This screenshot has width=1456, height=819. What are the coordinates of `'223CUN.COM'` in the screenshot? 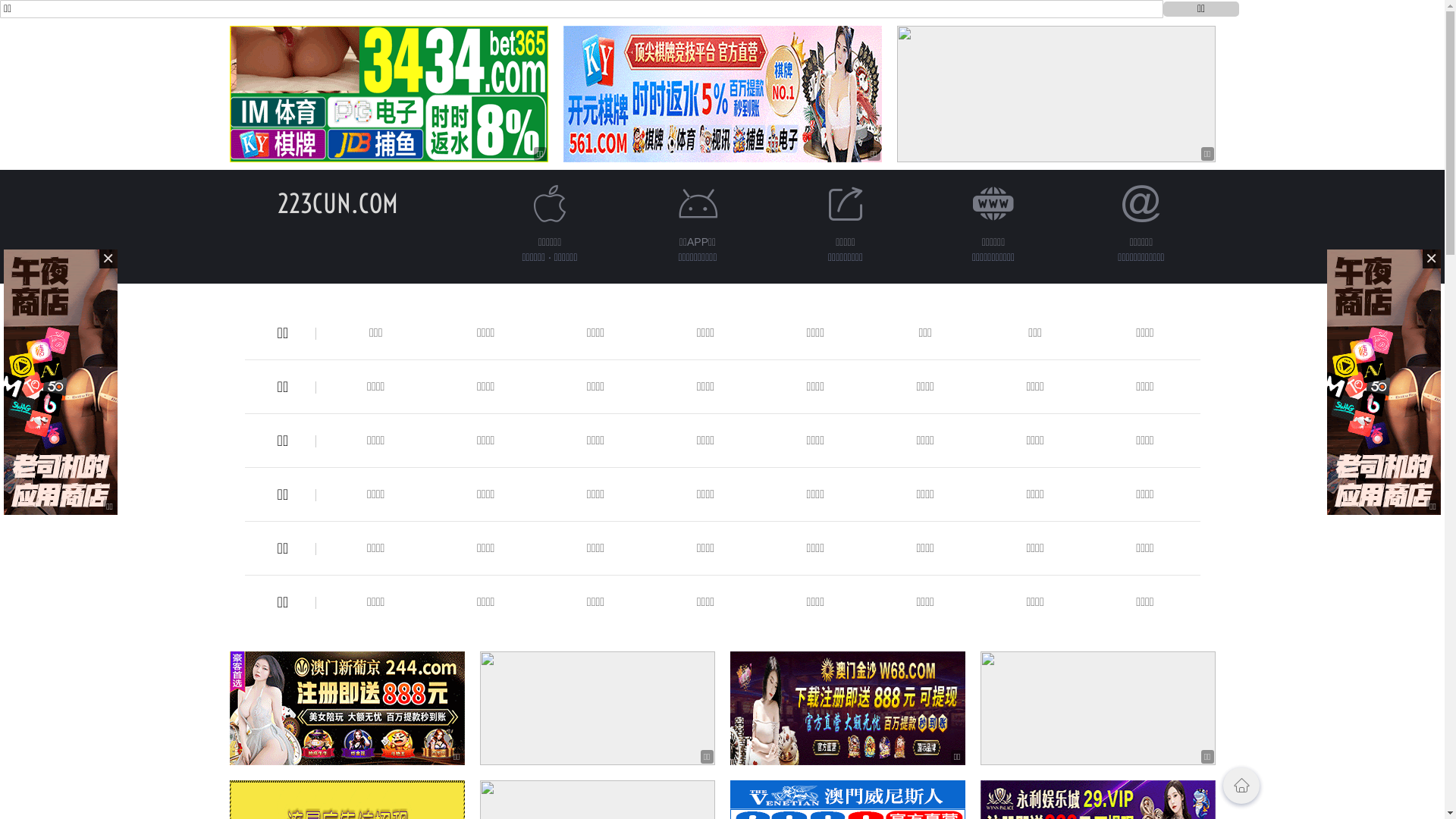 It's located at (337, 202).